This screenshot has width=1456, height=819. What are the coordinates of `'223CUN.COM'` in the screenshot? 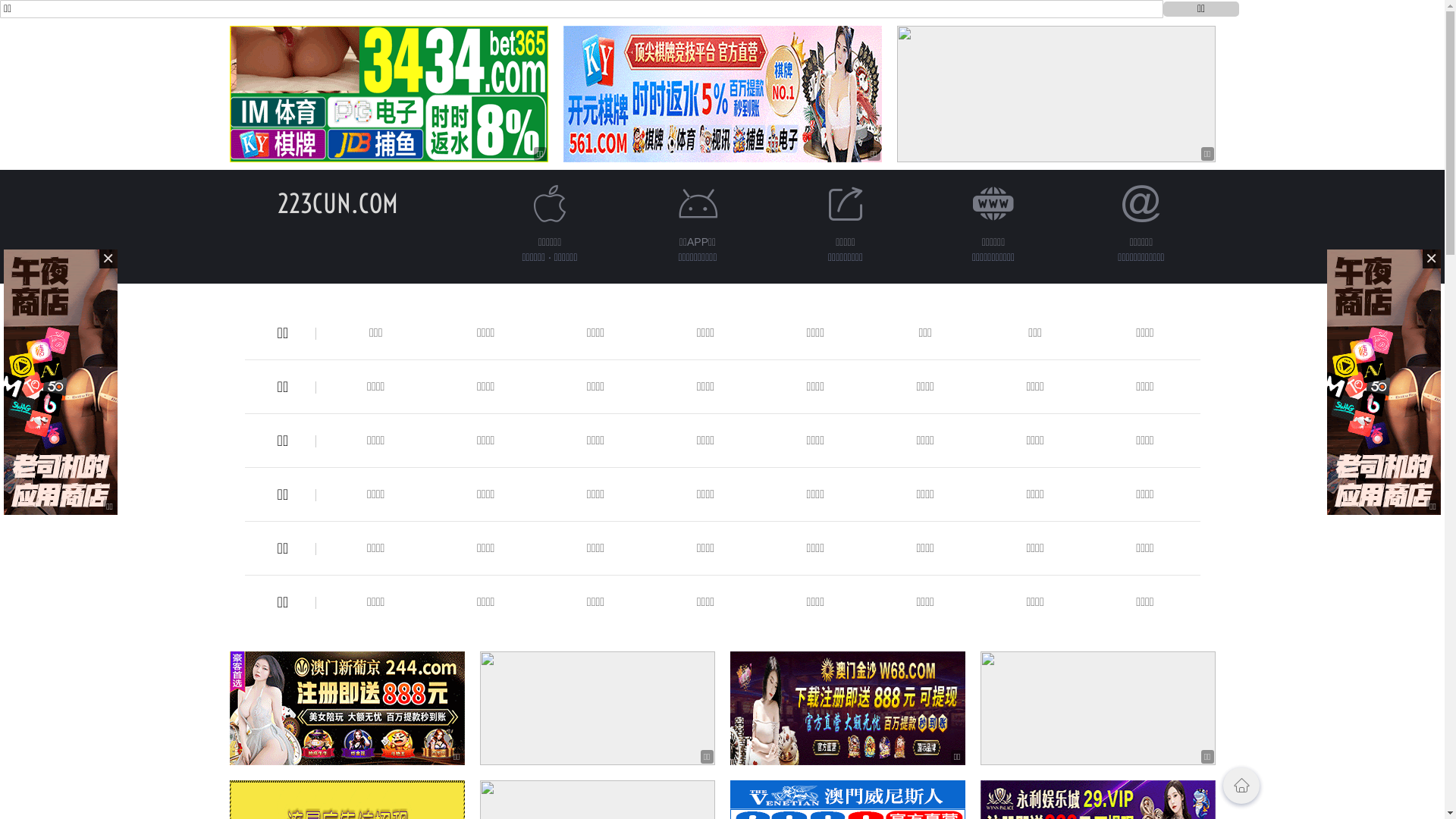 It's located at (337, 202).